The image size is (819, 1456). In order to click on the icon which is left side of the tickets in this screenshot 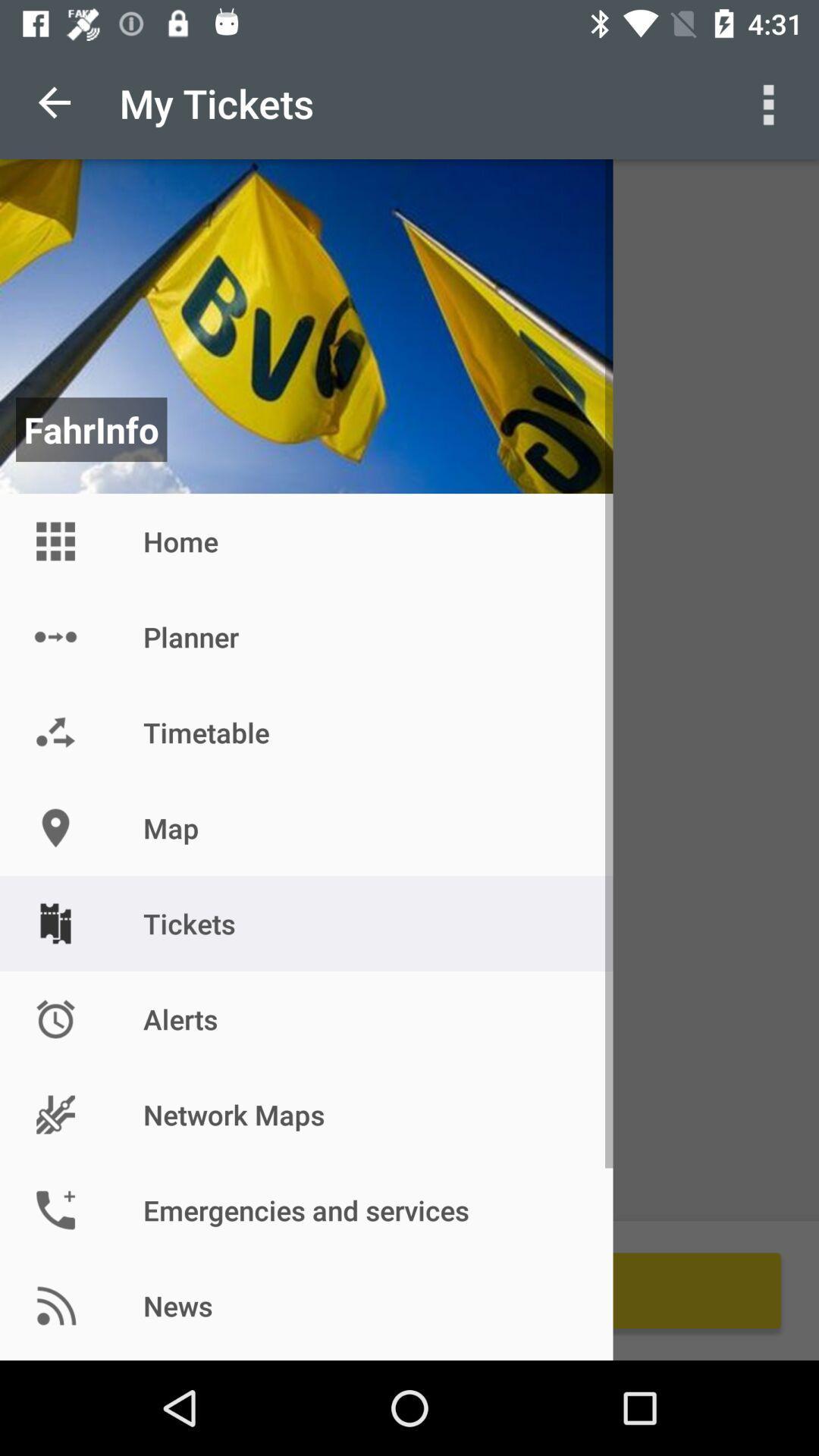, I will do `click(55, 923)`.